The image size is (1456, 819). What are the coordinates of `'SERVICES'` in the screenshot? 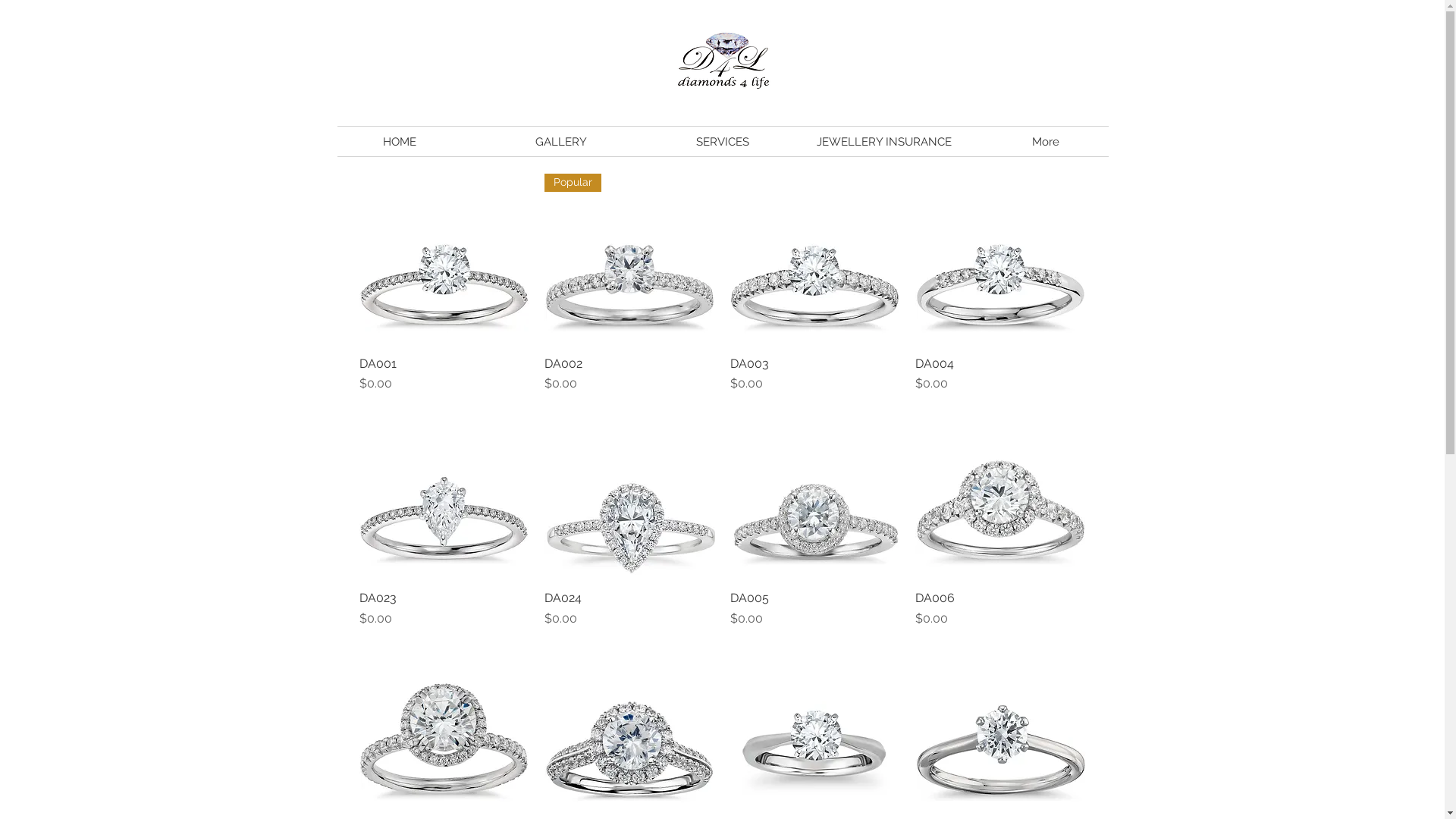 It's located at (641, 141).